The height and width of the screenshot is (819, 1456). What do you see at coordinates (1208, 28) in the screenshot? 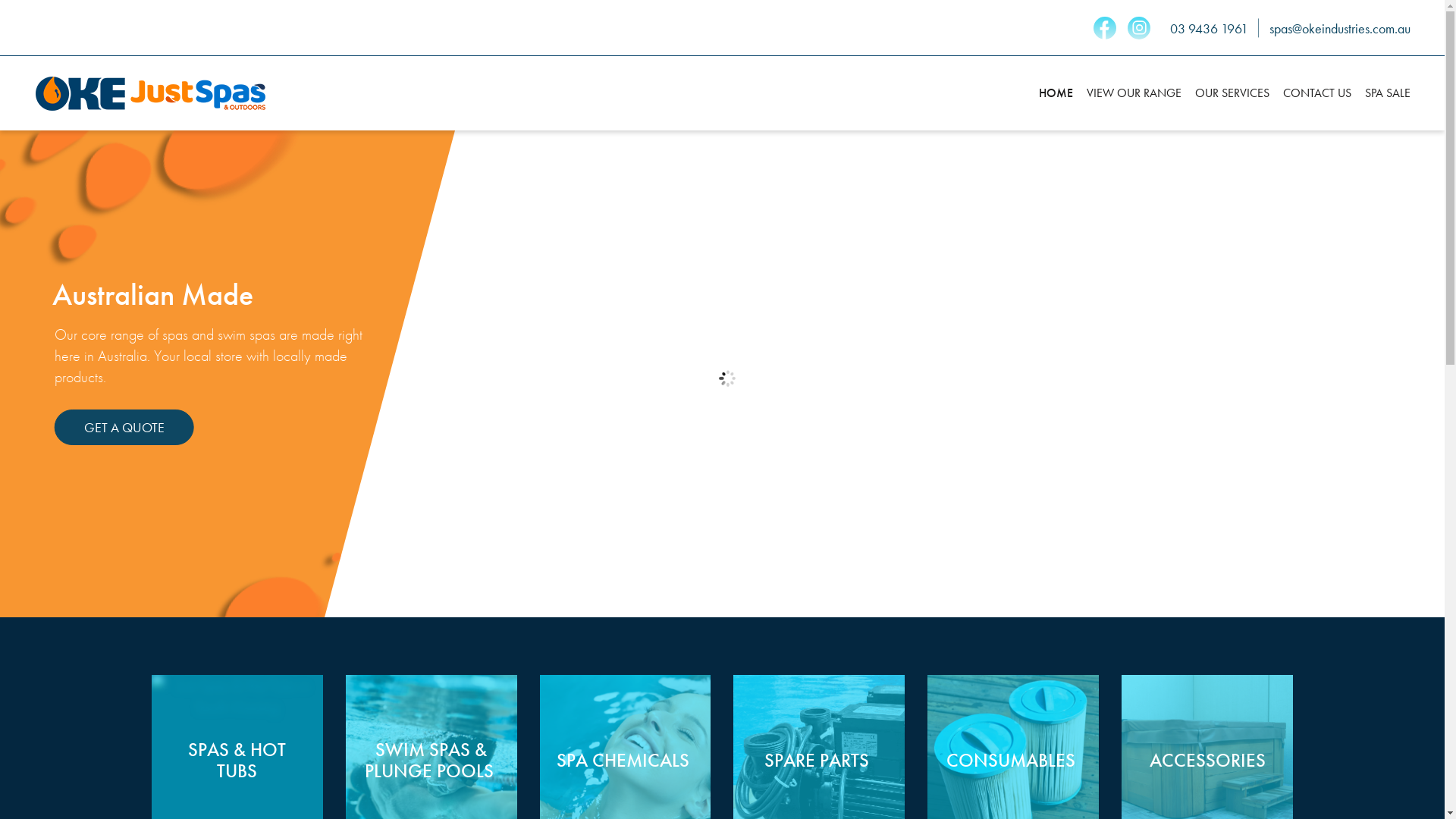
I see `'03 9436 1961'` at bounding box center [1208, 28].